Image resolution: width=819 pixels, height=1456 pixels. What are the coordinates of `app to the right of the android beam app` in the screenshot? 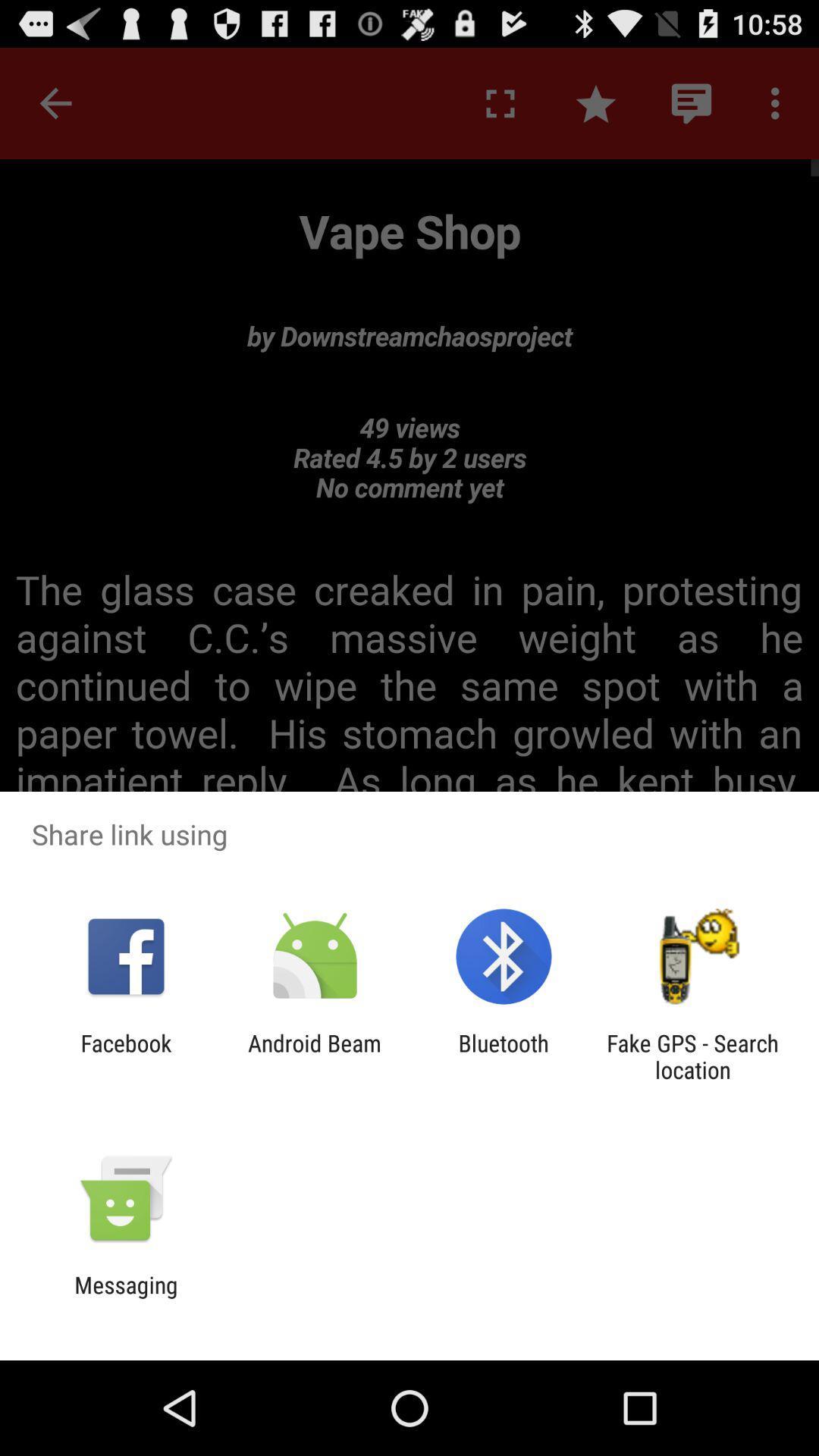 It's located at (504, 1056).